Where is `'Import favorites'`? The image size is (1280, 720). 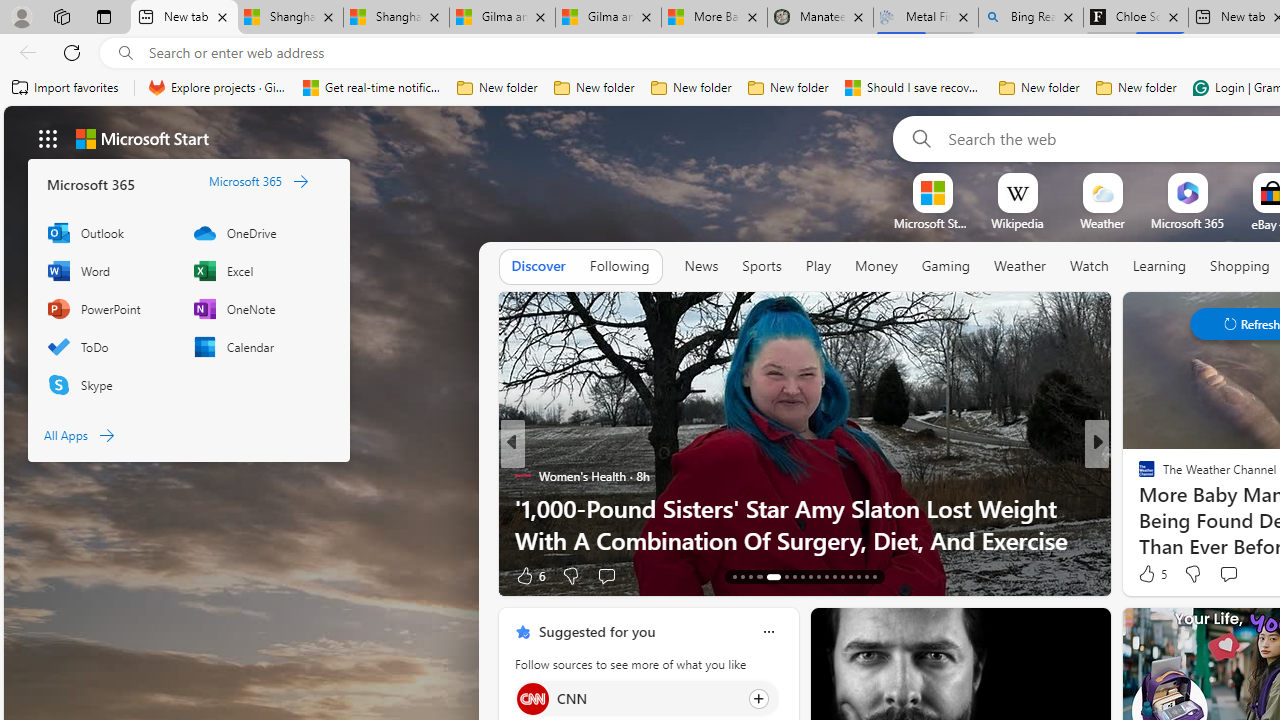 'Import favorites' is located at coordinates (65, 87).